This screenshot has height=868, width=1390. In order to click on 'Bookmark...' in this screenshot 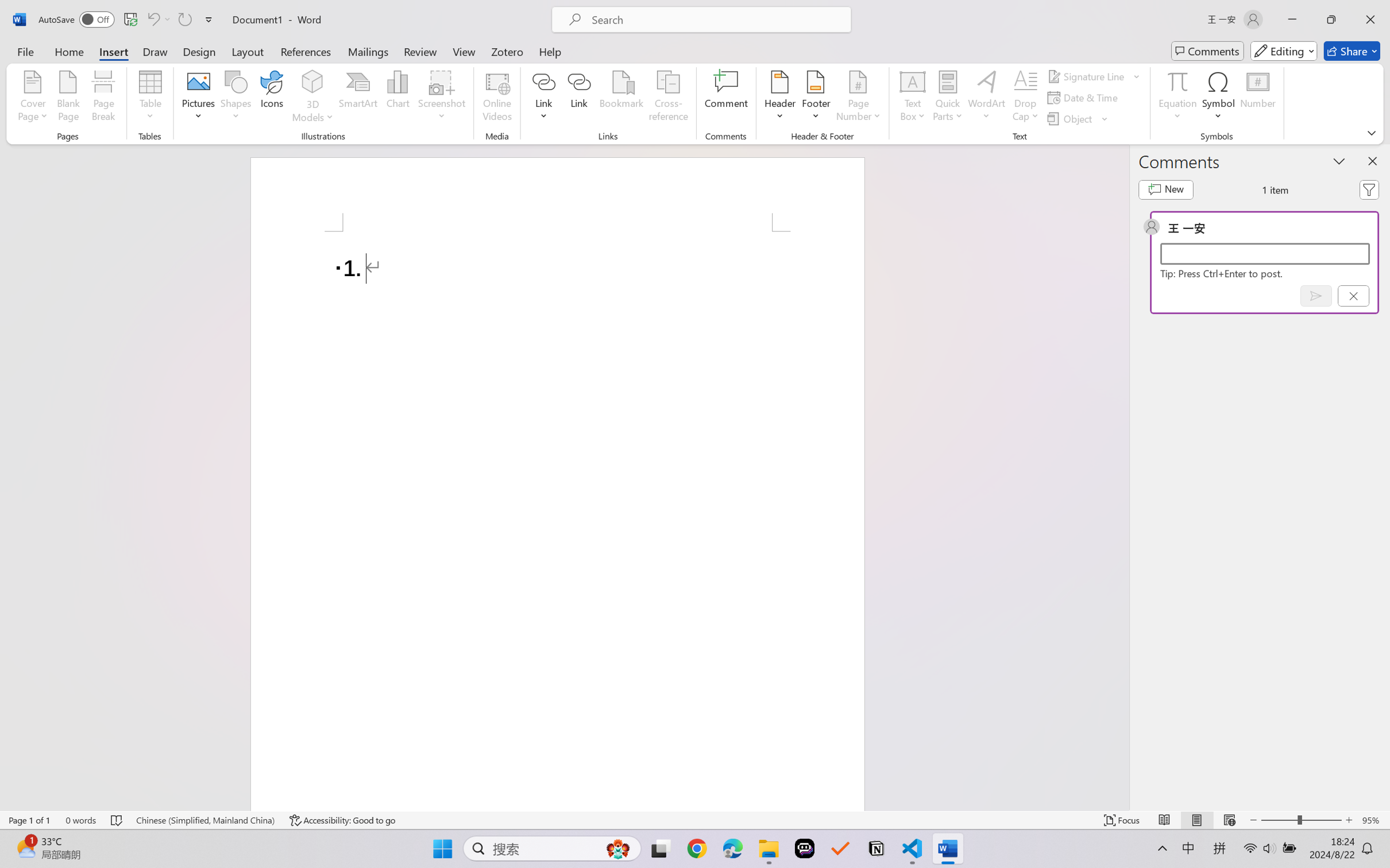, I will do `click(621, 98)`.